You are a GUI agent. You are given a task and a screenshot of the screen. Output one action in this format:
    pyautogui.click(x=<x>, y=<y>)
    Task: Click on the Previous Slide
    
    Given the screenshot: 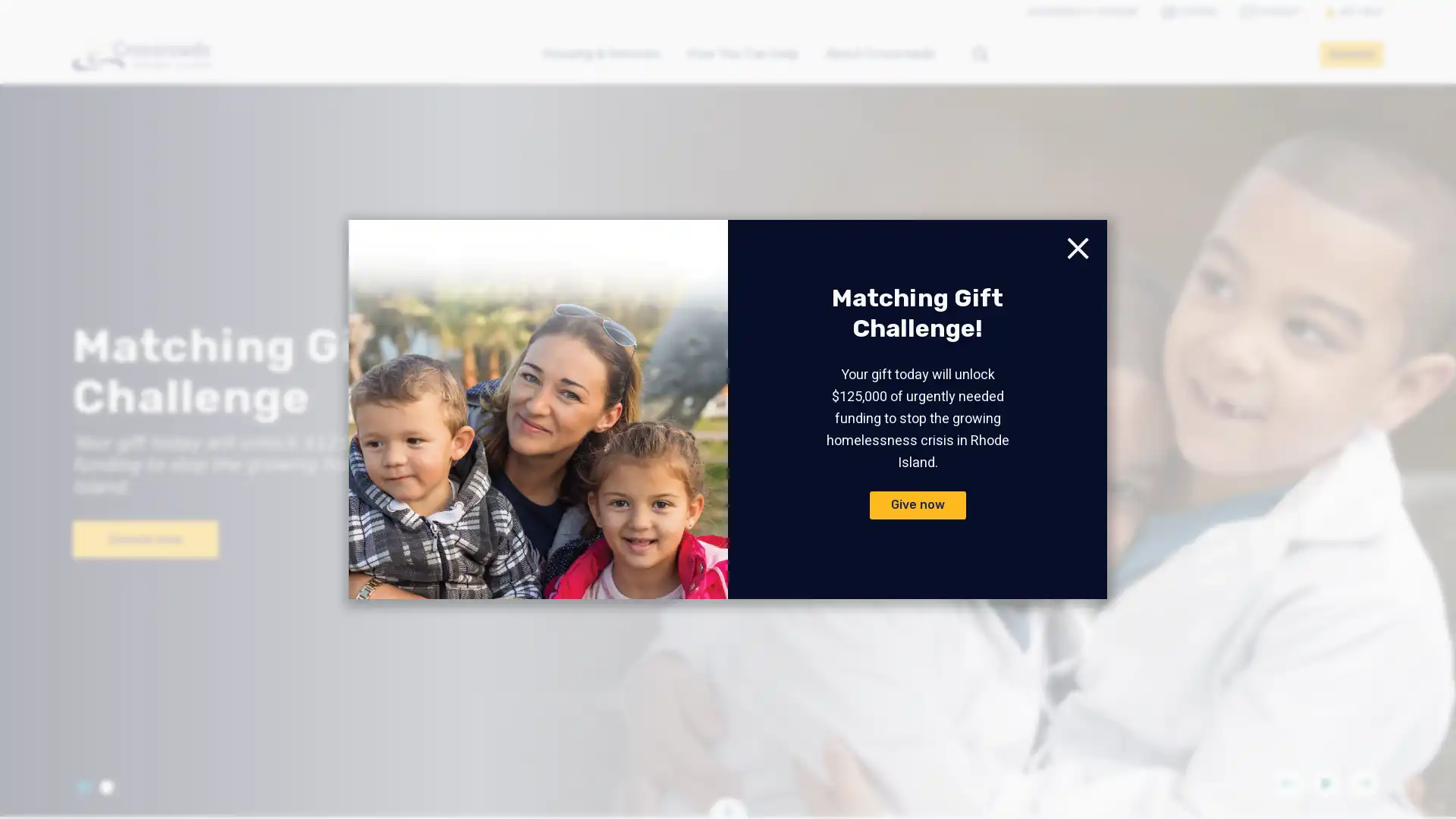 What is the action you would take?
    pyautogui.click(x=1288, y=783)
    